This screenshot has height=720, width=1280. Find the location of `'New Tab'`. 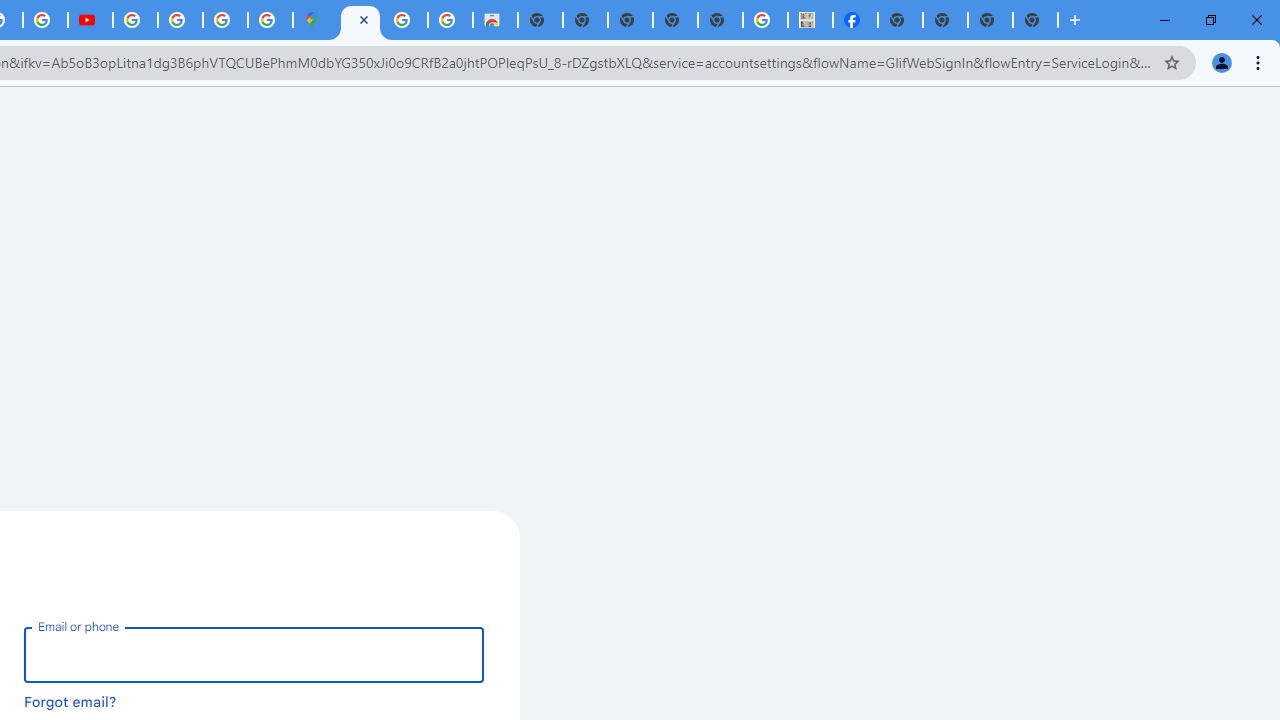

'New Tab' is located at coordinates (1035, 20).